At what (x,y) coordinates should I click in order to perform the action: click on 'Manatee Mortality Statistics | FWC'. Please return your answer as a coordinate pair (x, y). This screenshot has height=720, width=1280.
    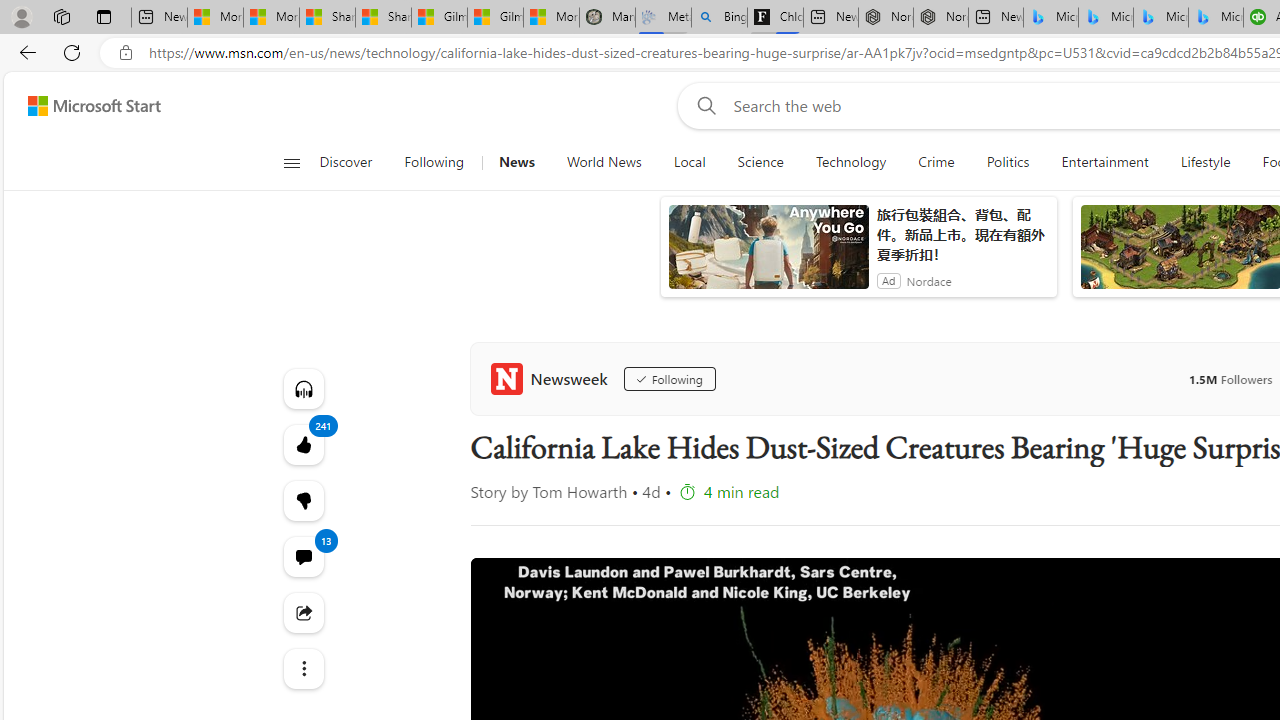
    Looking at the image, I should click on (606, 17).